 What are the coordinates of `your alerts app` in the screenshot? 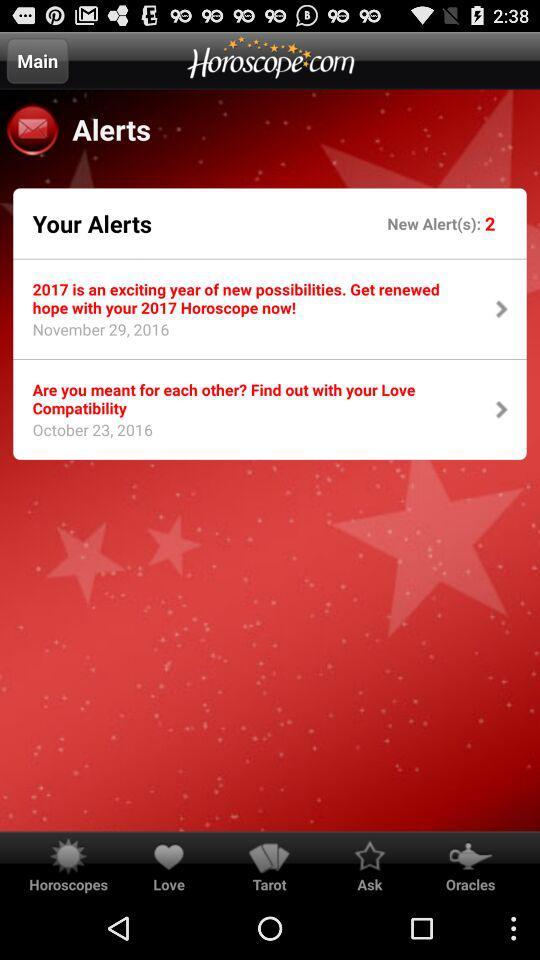 It's located at (91, 223).